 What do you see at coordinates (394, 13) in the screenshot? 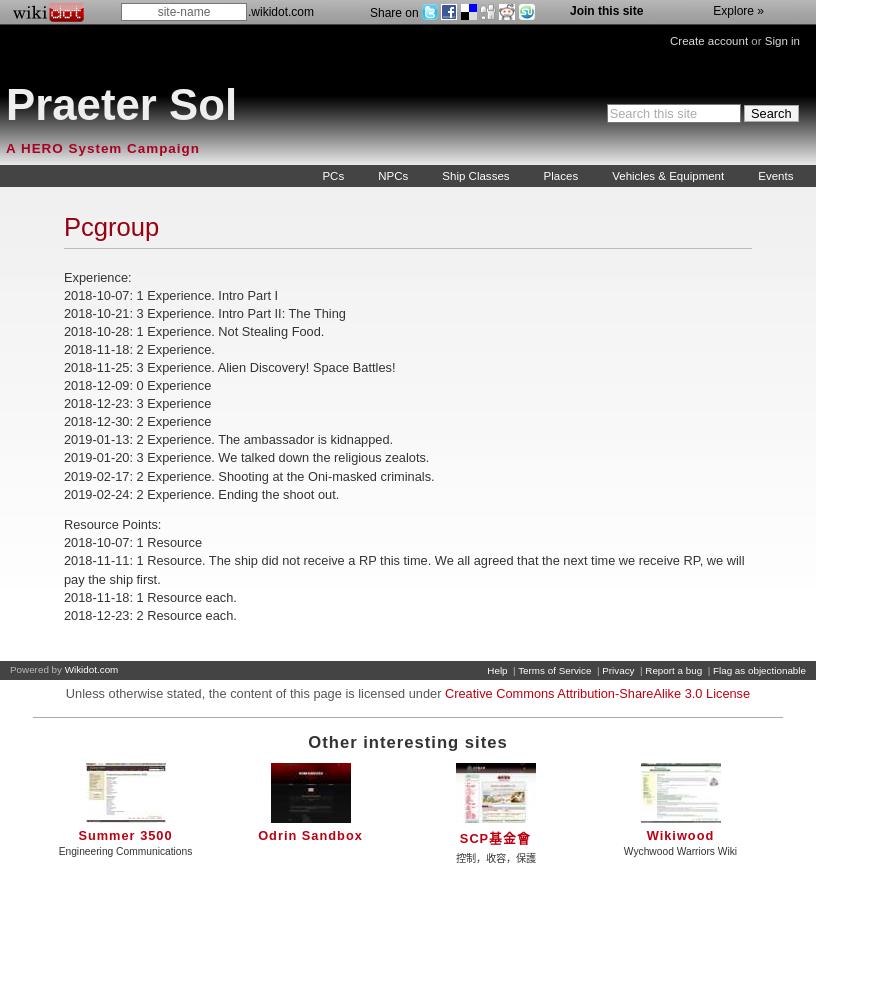
I see `'Share on'` at bounding box center [394, 13].